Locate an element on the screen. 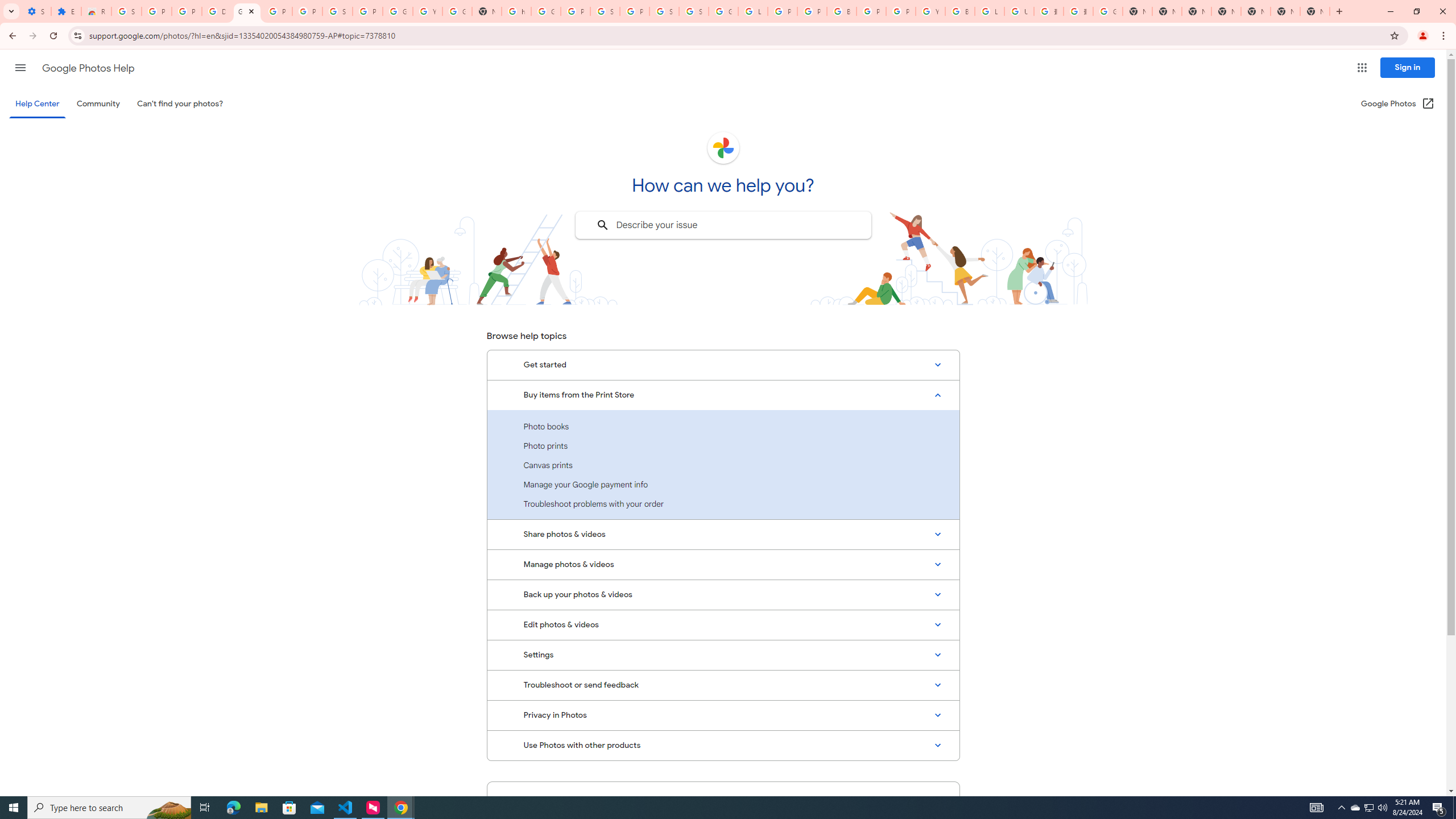 Image resolution: width=1456 pixels, height=819 pixels. 'Troubleshoot or send feedback' is located at coordinates (723, 685).